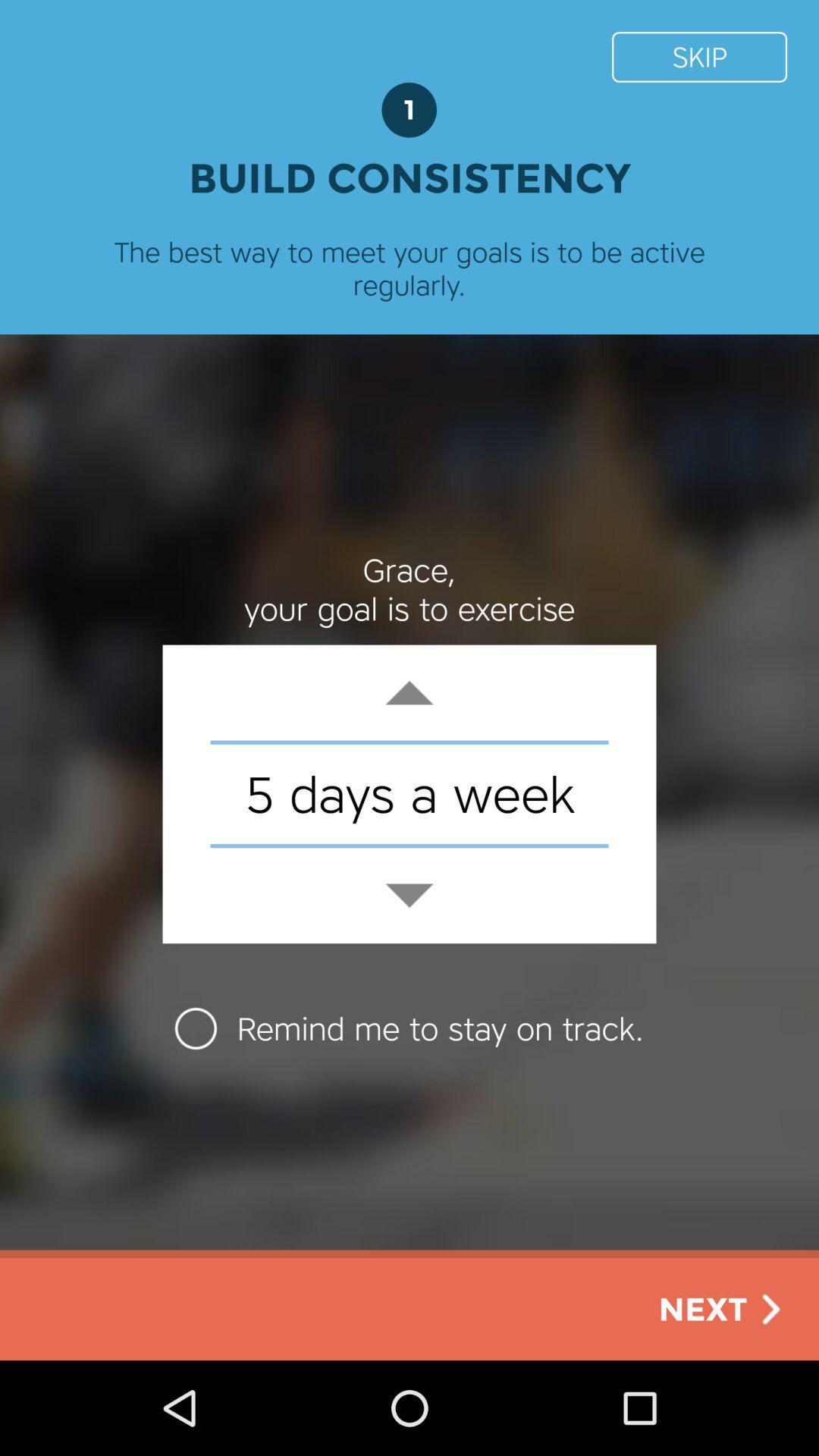 The image size is (819, 1456). I want to click on icon to the right of 1, so click(699, 57).